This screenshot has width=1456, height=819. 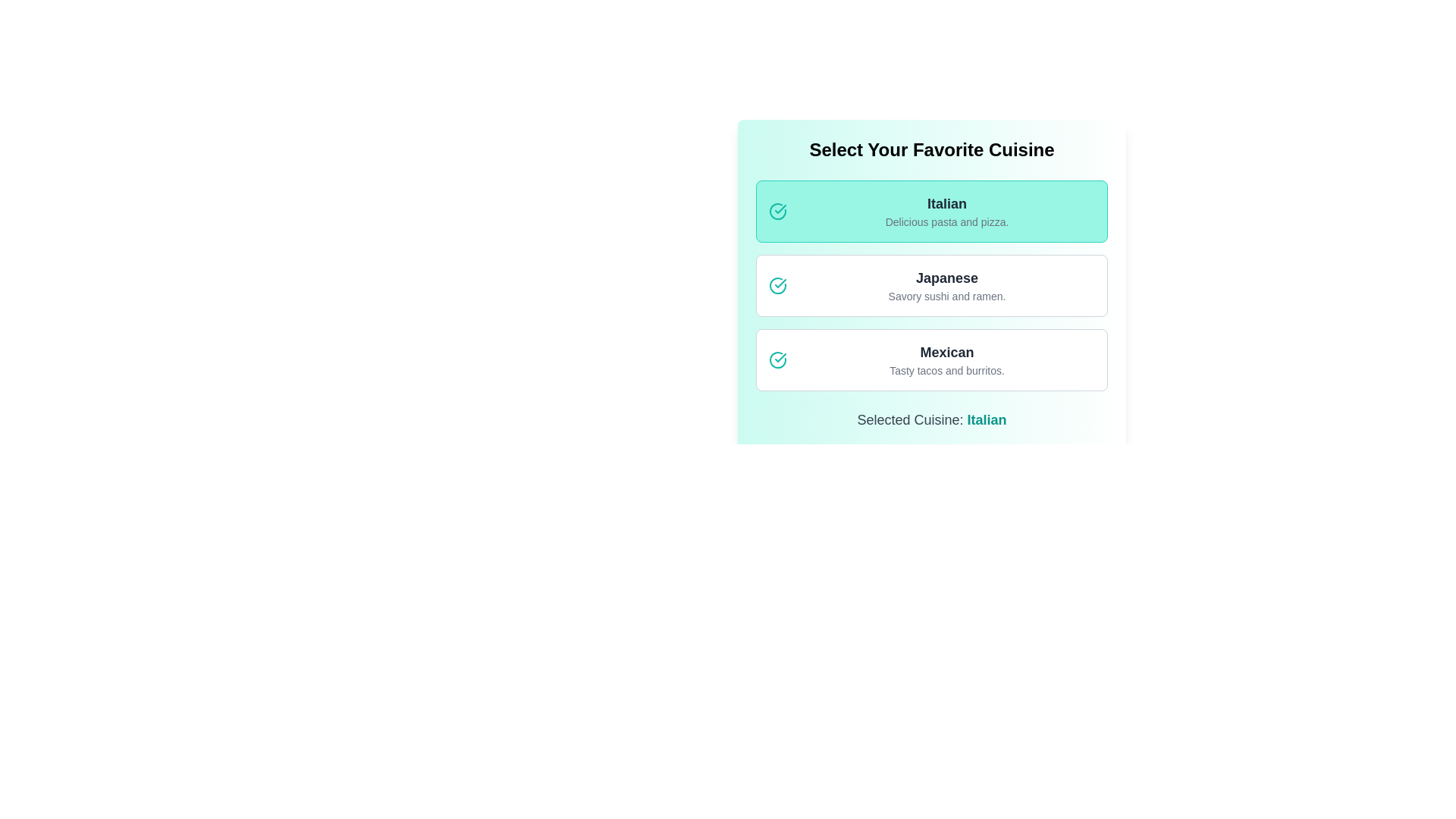 I want to click on the static Text label that displays the user's selected cuisine ('Italian'), located at the bottom of the vertical selection panel, so click(x=930, y=420).